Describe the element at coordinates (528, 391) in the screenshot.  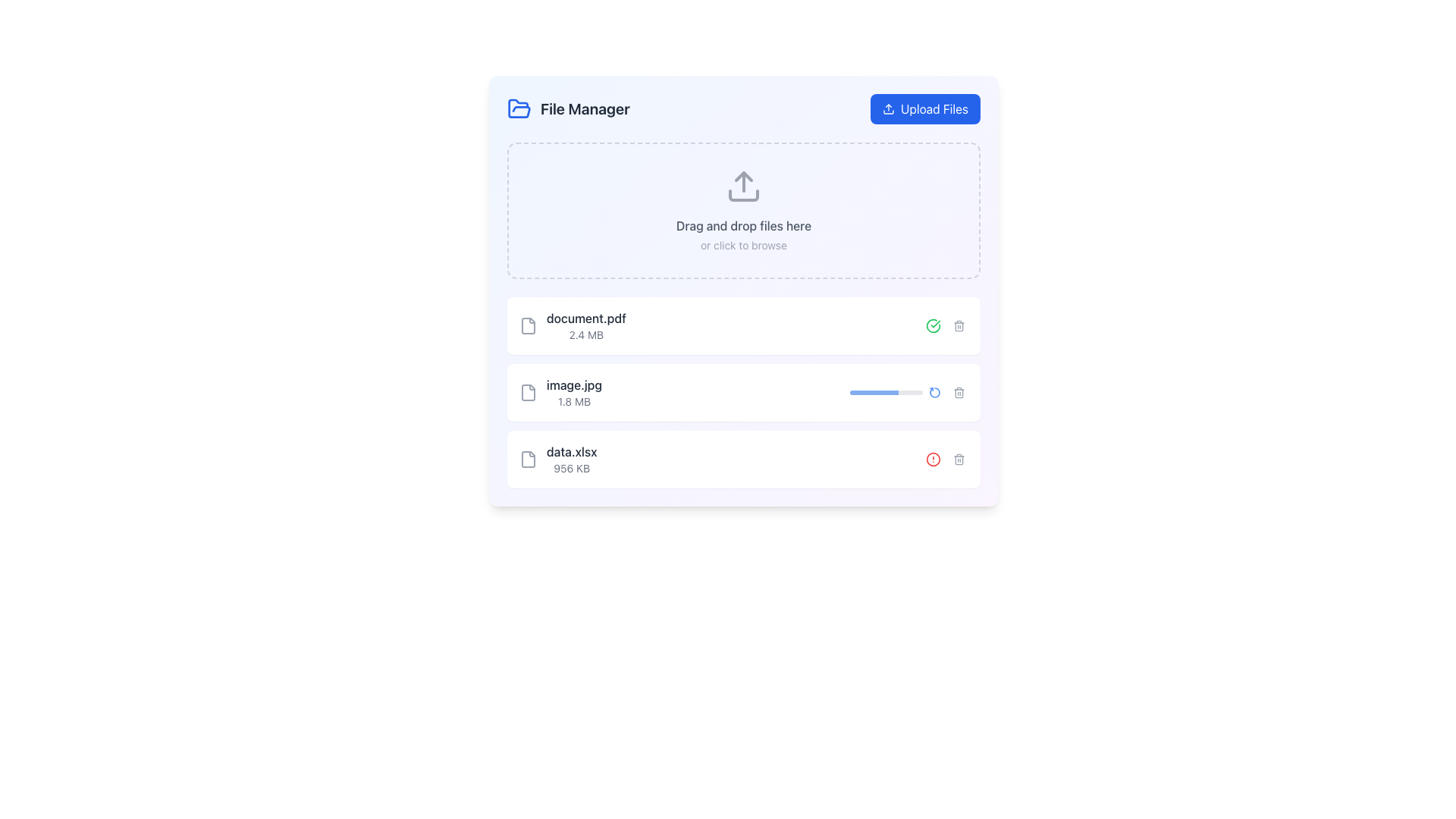
I see `the file icon styled as a document outline located next to the label 'image.jpg' in the second slot of the file list` at that location.